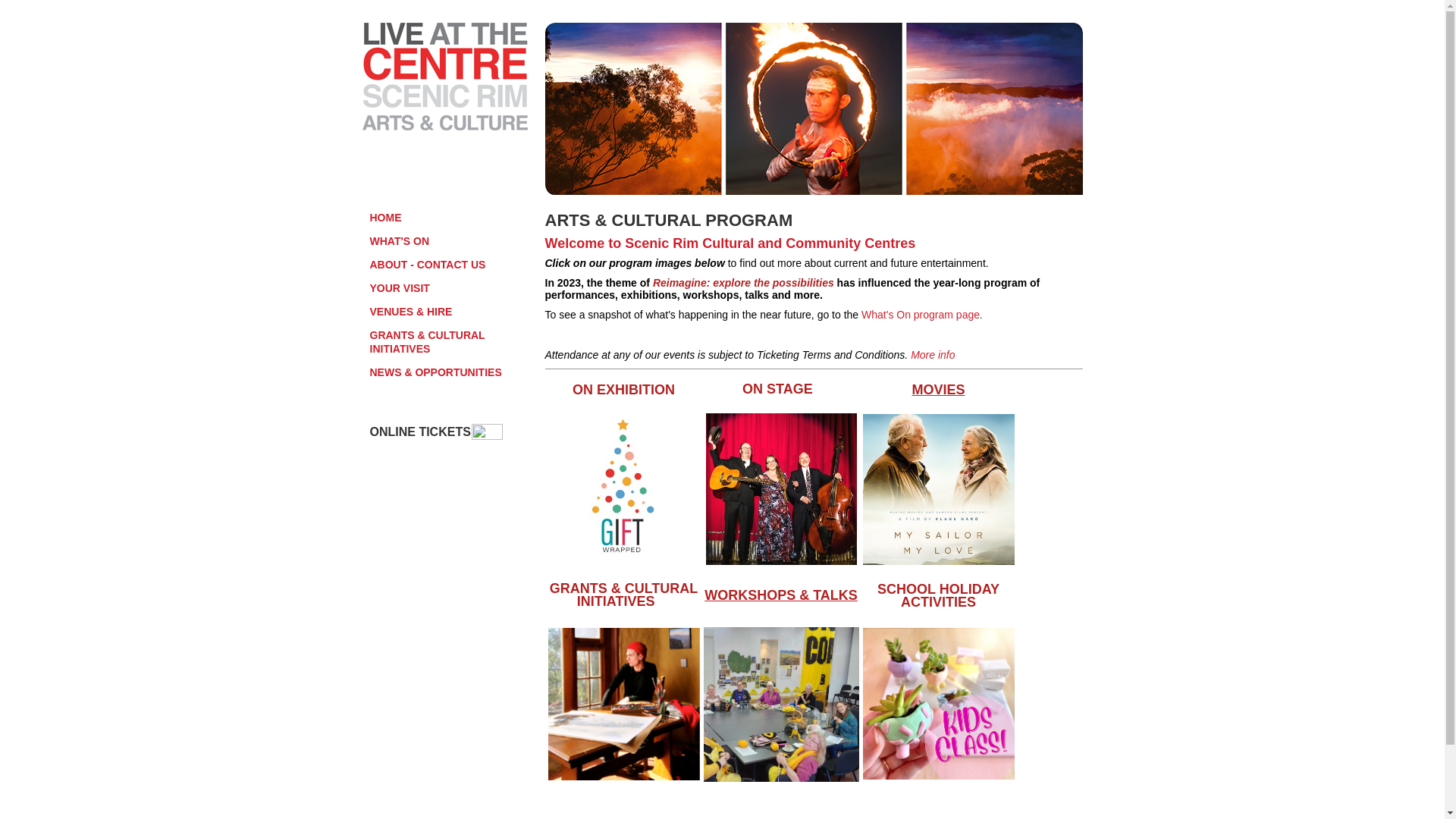 The image size is (1456, 819). What do you see at coordinates (920, 314) in the screenshot?
I see `'What's On program page'` at bounding box center [920, 314].